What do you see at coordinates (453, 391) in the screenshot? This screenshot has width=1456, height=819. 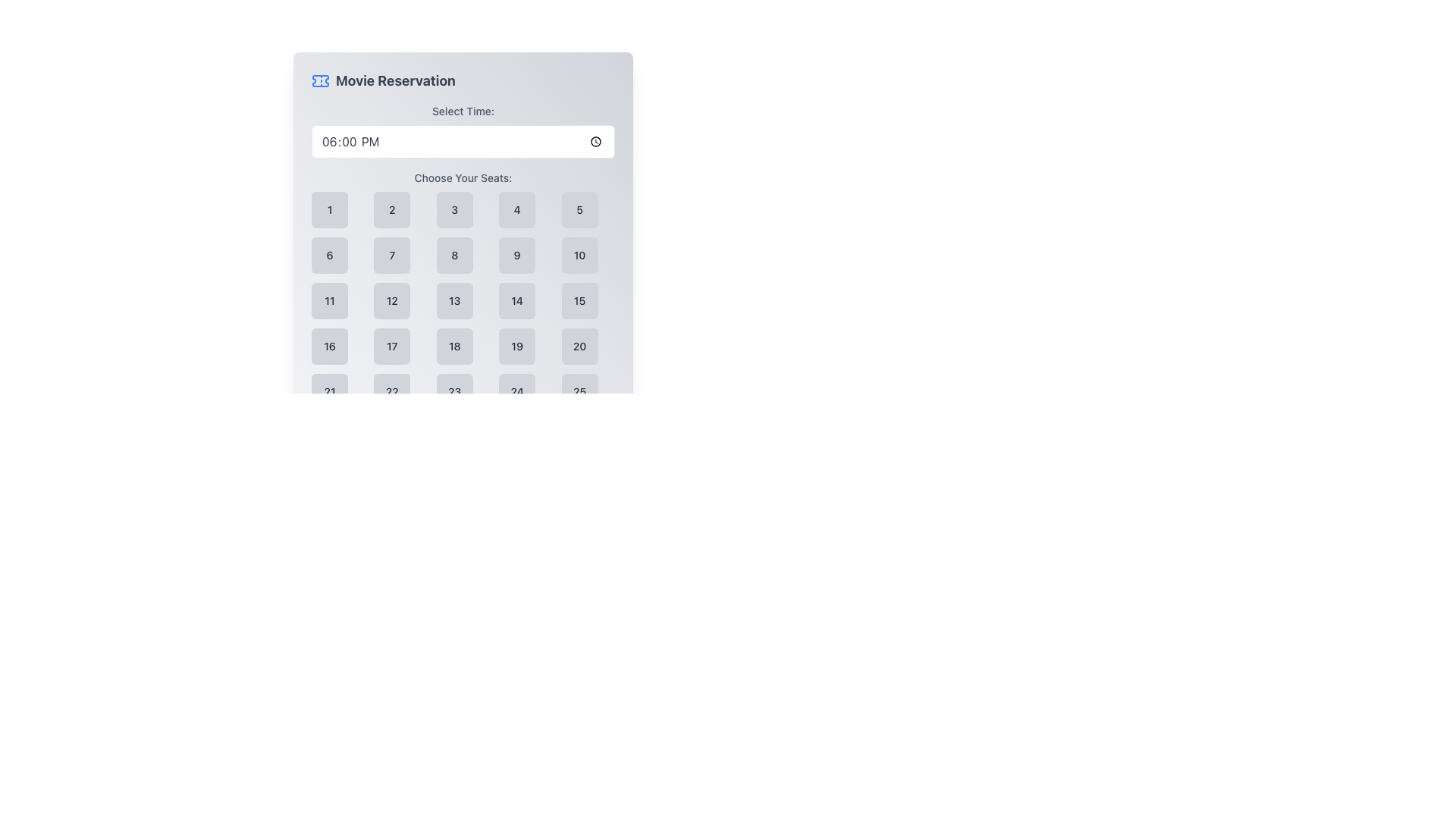 I see `the square-shaped button with bold text '23' in the 'Choose Your Seats' grid` at bounding box center [453, 391].